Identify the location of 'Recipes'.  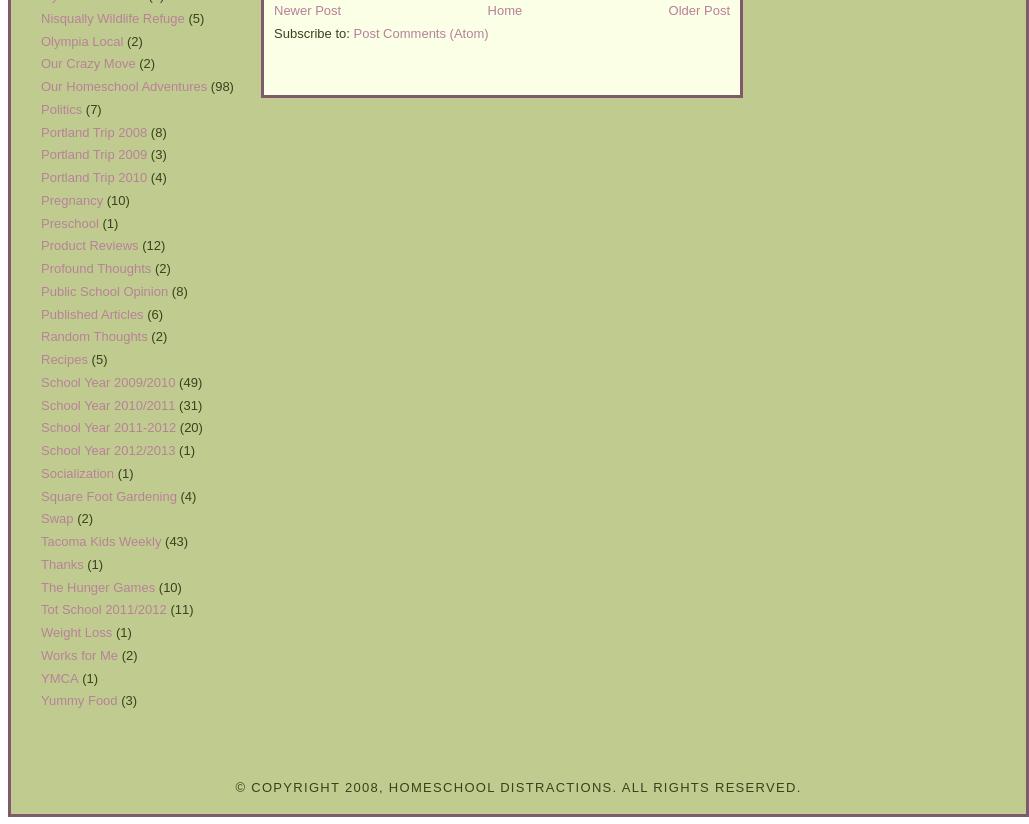
(64, 358).